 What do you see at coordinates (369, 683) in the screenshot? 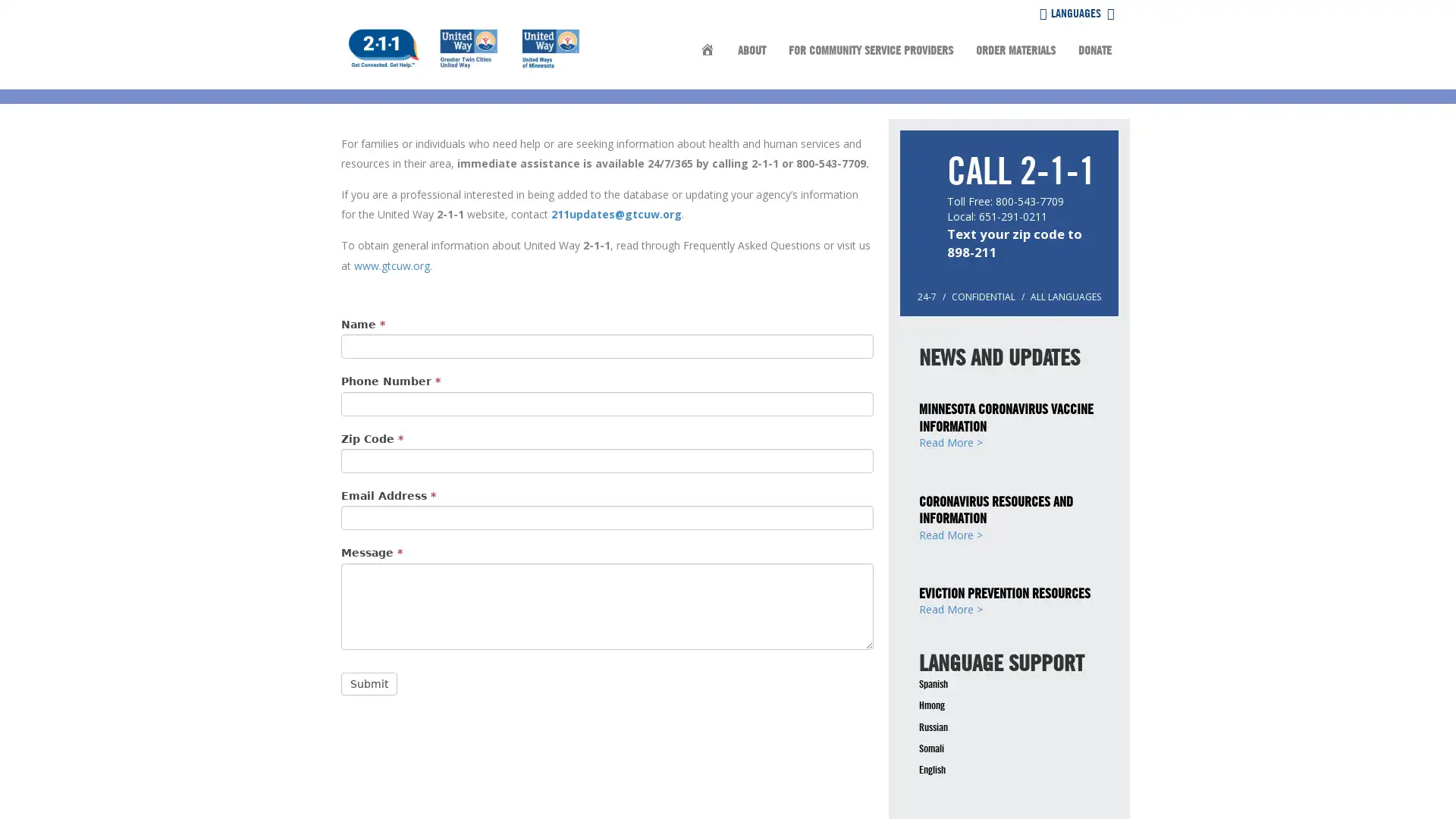
I see `Submit` at bounding box center [369, 683].